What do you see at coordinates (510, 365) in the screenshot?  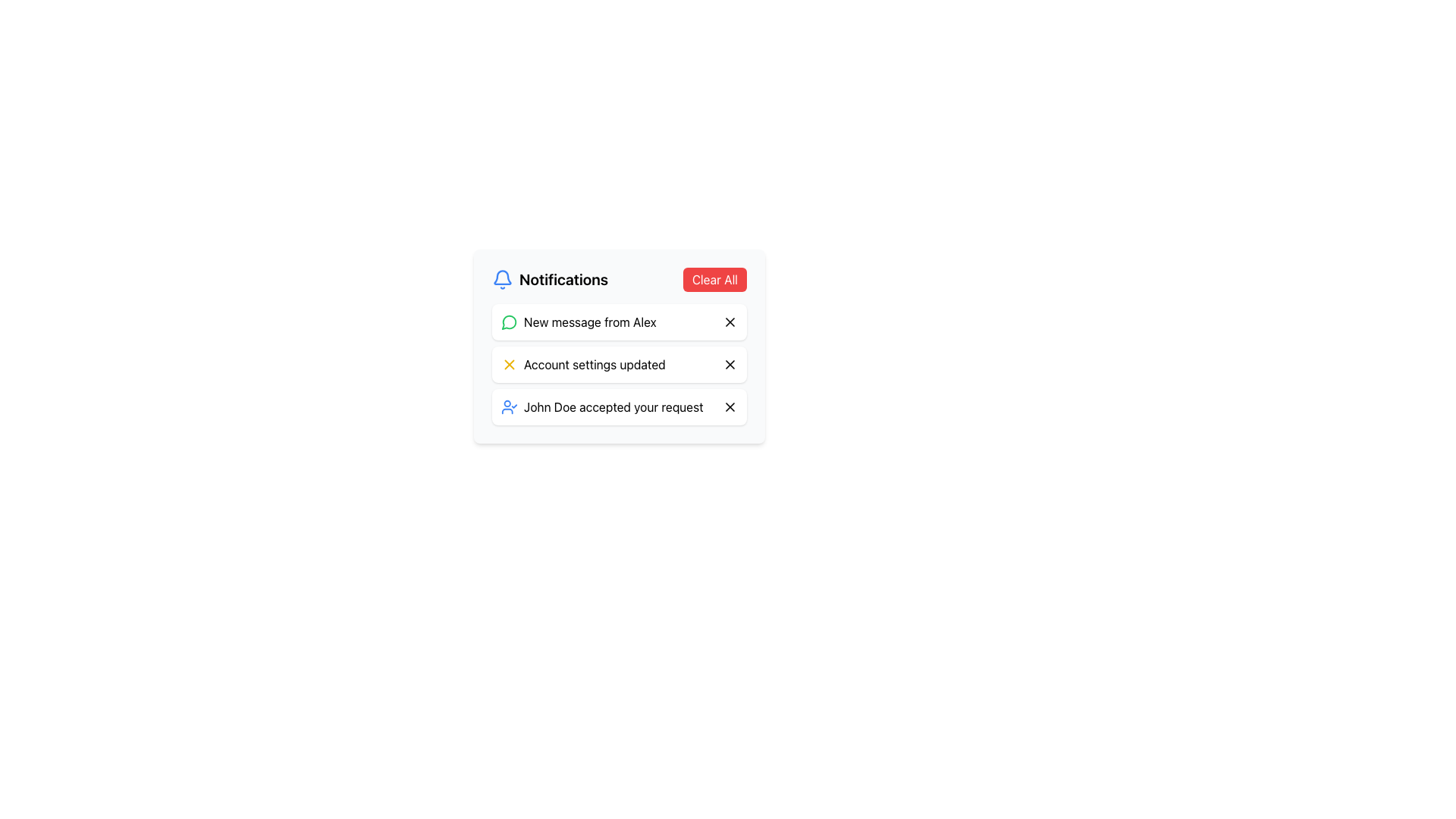 I see `the close icon` at bounding box center [510, 365].